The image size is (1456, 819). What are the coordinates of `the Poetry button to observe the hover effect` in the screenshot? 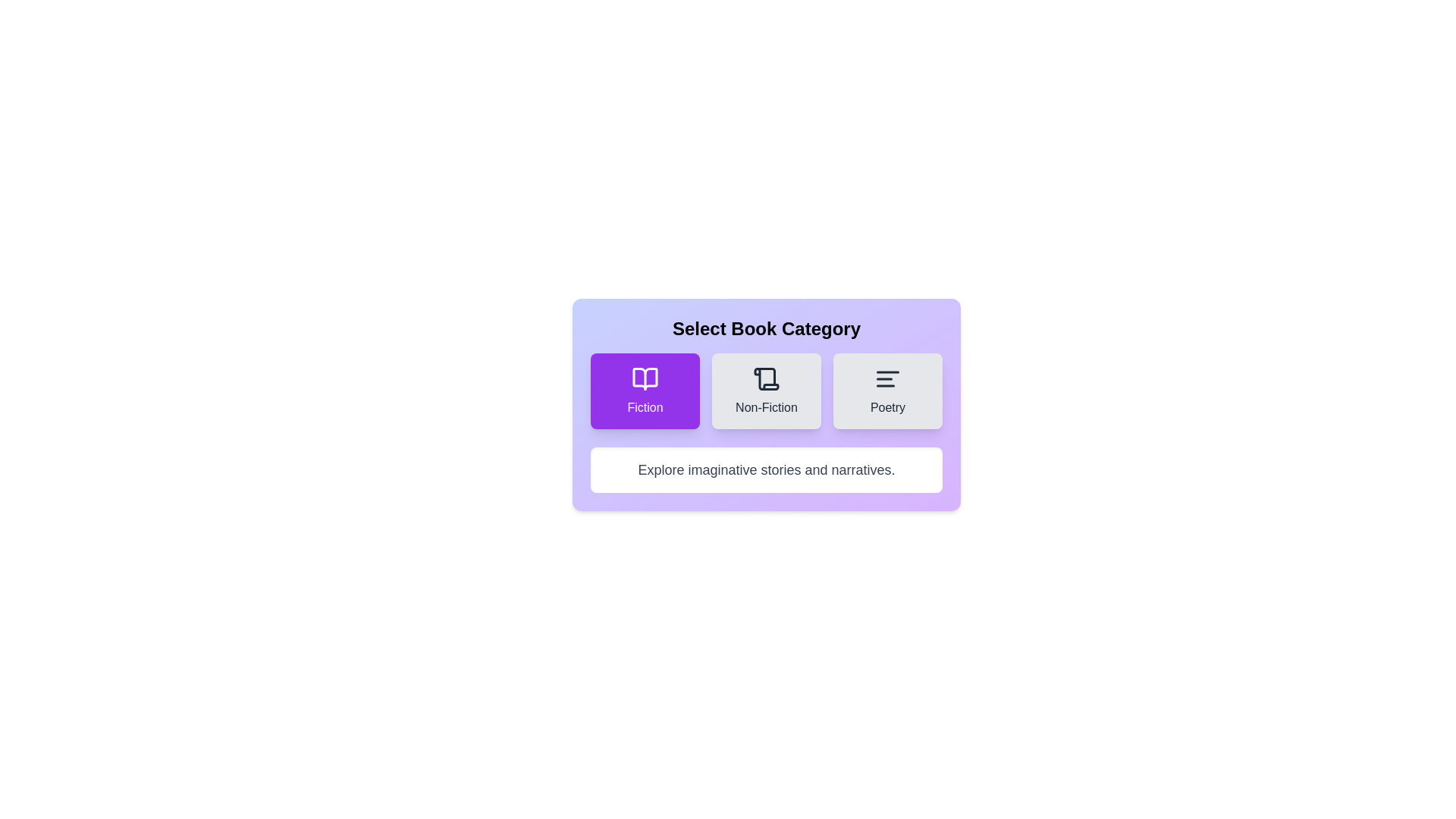 It's located at (888, 391).